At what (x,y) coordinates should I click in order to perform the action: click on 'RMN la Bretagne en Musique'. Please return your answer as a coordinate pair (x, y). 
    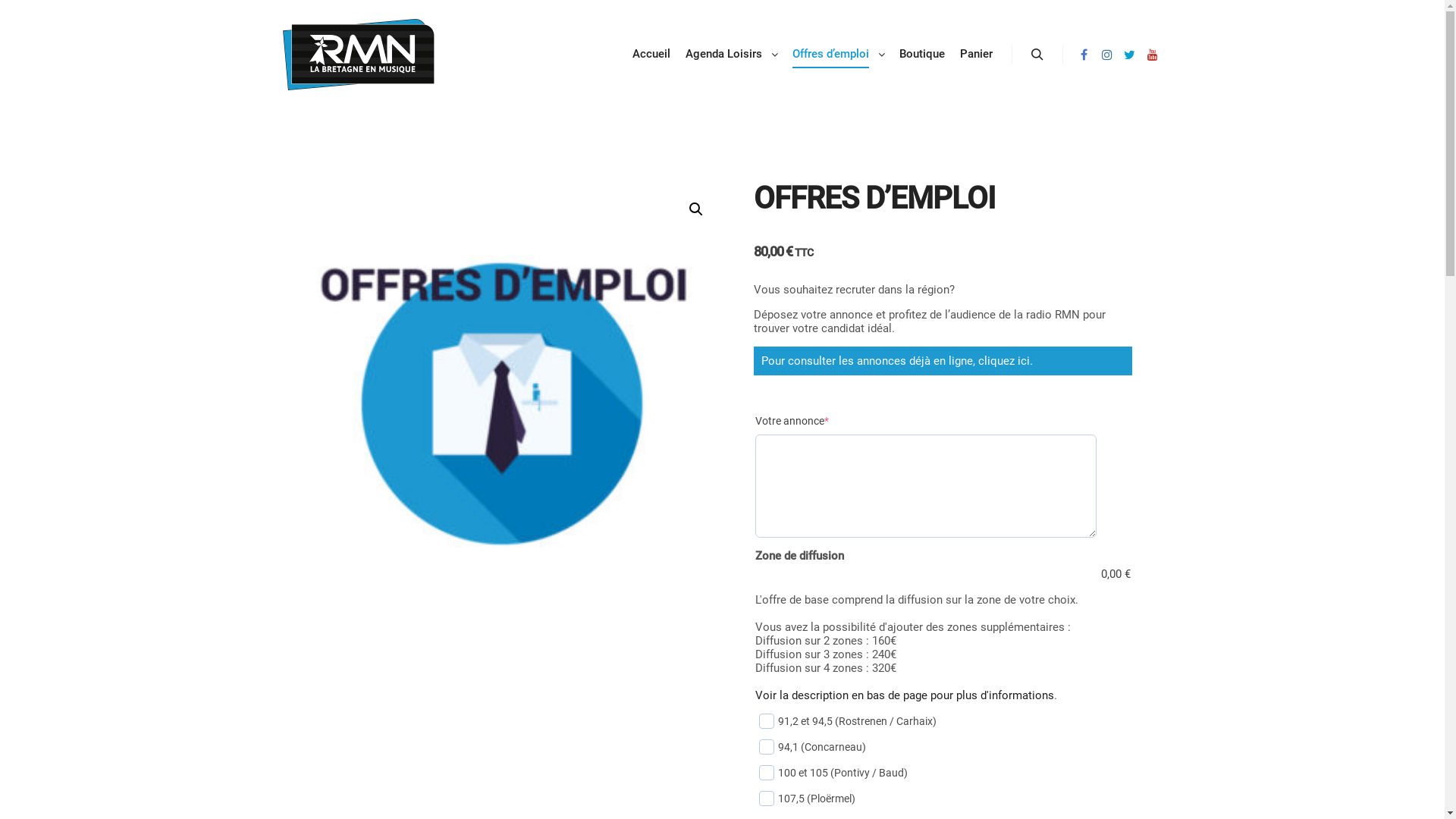
    Looking at the image, I should click on (356, 54).